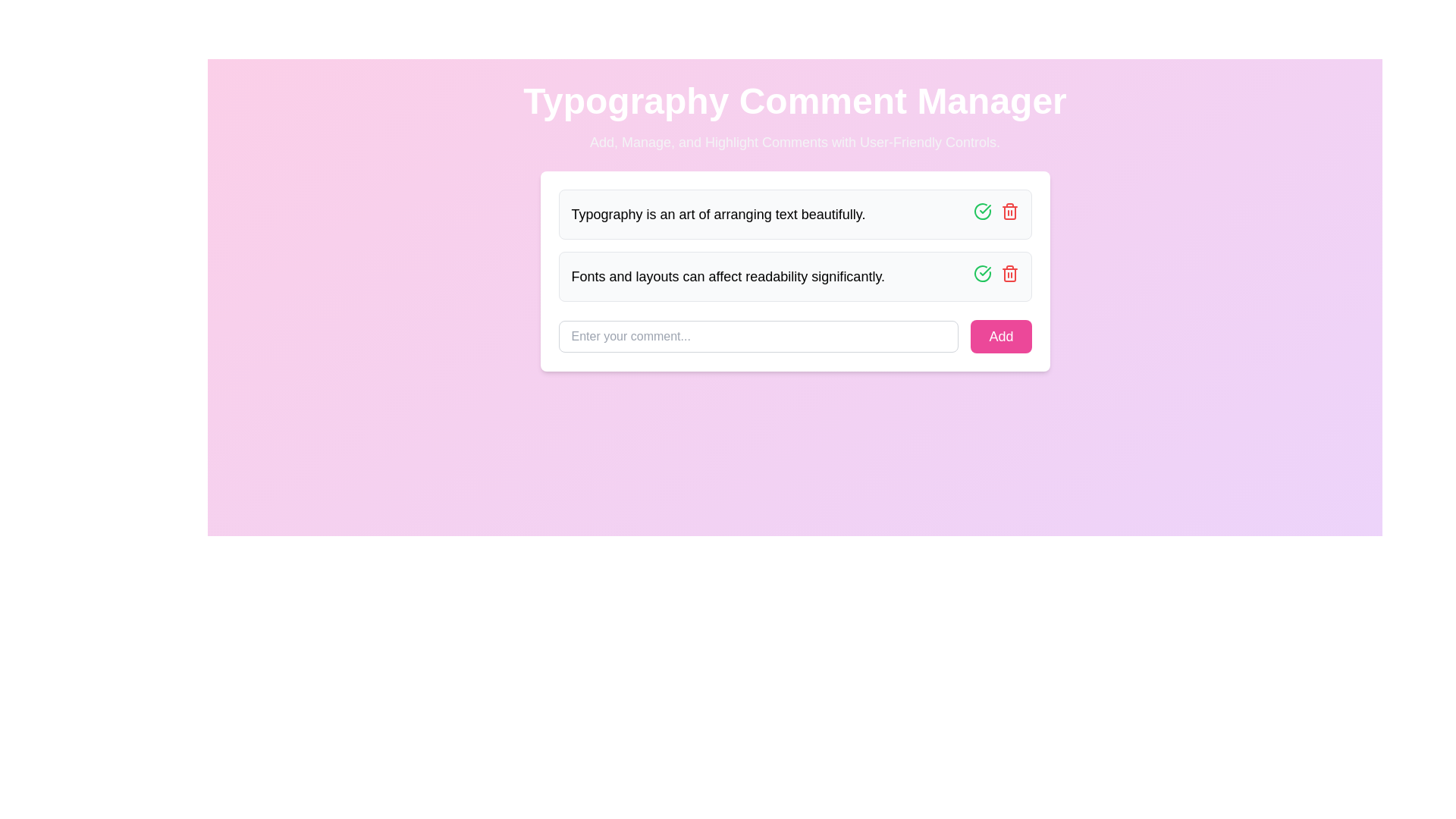 This screenshot has width=1456, height=819. What do you see at coordinates (996, 277) in the screenshot?
I see `the action buttons group, which contains a green checkmark and a red trash can icon, located to the right of the text 'Fonts and layouts can affect readability significantly.'` at bounding box center [996, 277].